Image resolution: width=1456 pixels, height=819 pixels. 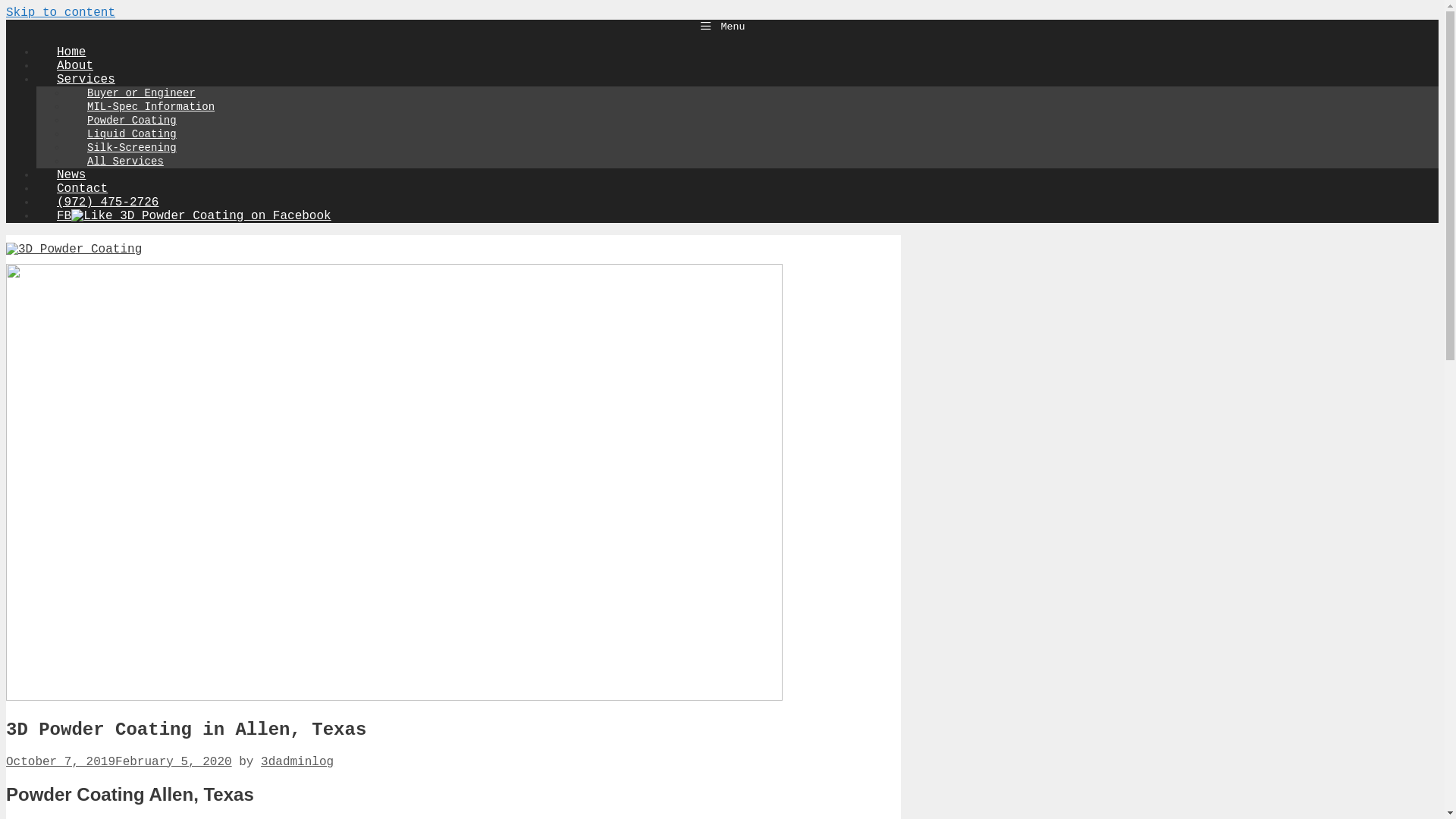 What do you see at coordinates (36, 174) in the screenshot?
I see `'News'` at bounding box center [36, 174].